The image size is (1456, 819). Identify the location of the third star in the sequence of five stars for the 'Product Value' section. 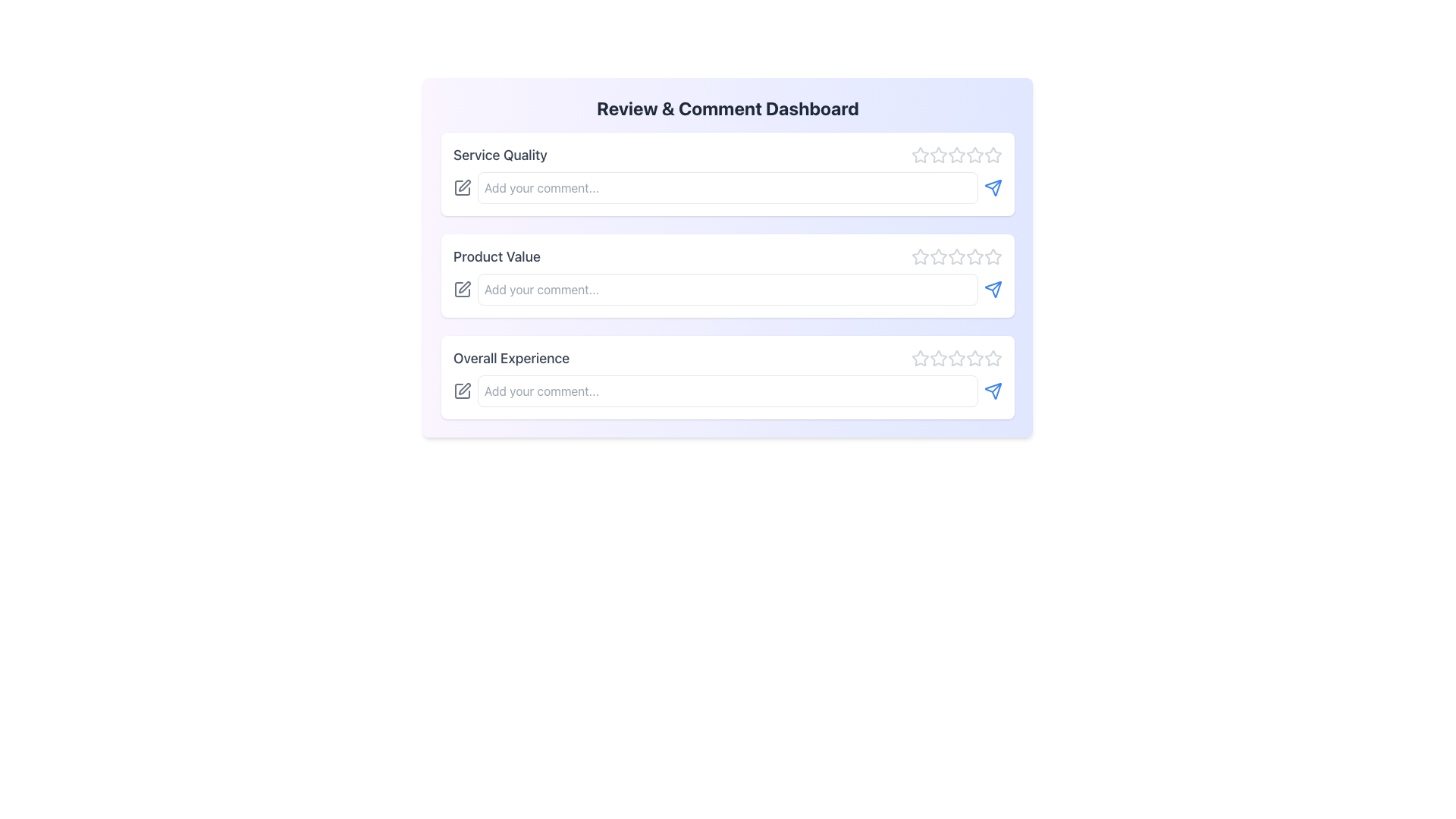
(956, 256).